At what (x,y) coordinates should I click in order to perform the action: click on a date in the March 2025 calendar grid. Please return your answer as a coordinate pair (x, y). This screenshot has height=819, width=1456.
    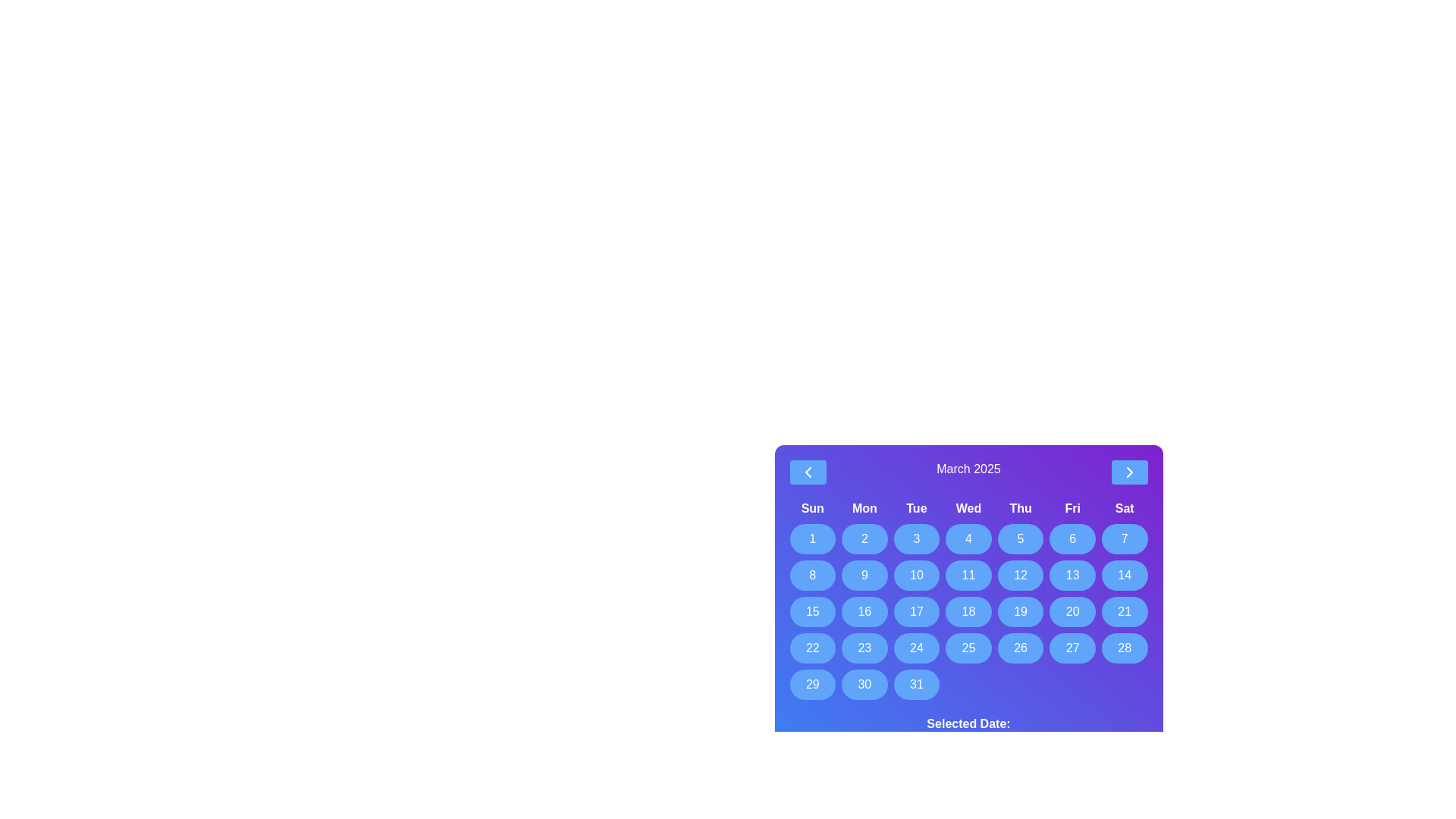
    Looking at the image, I should click on (968, 598).